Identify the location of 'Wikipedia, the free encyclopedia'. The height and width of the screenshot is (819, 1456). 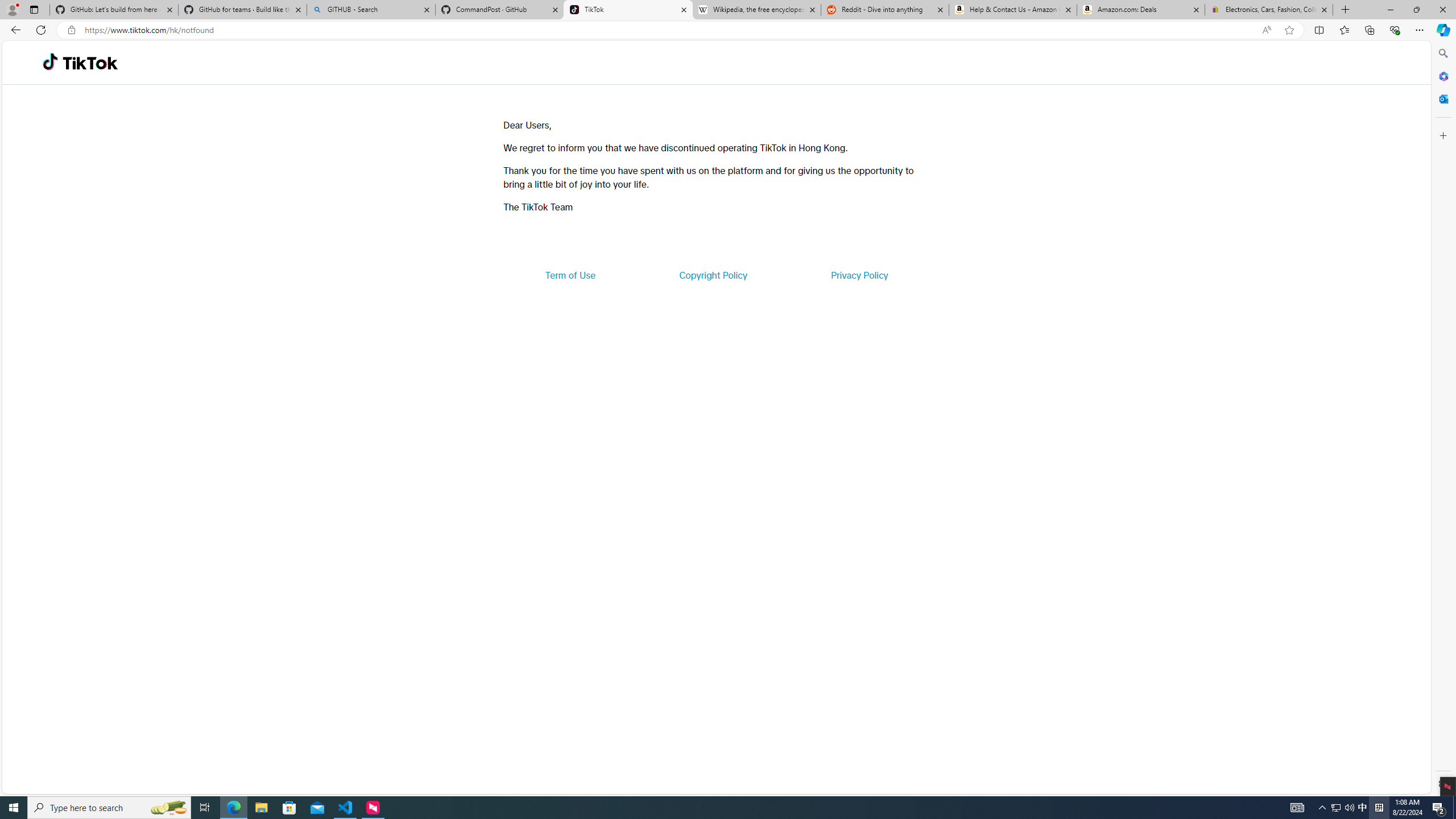
(755, 9).